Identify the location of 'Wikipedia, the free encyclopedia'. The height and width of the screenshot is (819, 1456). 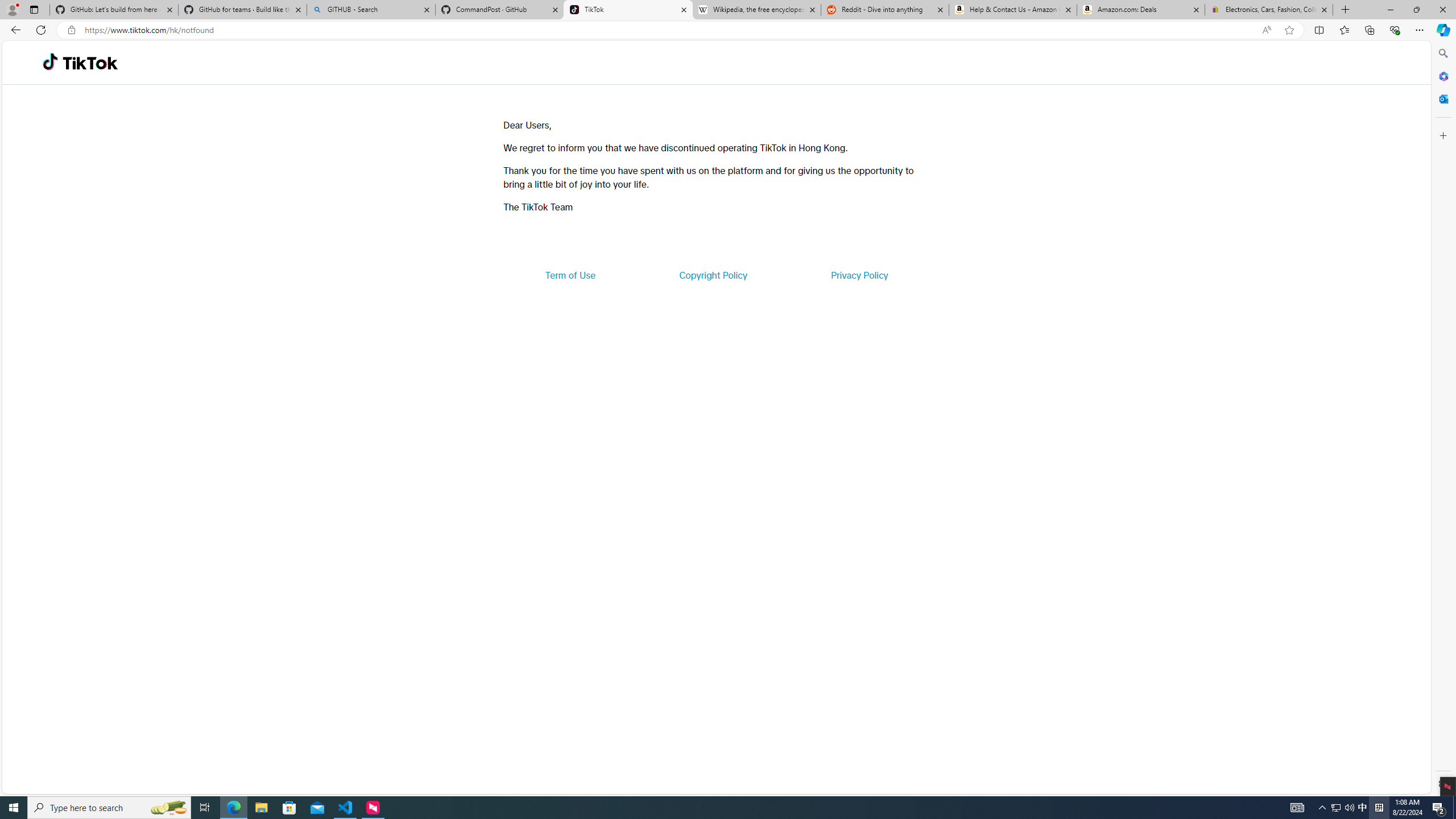
(755, 9).